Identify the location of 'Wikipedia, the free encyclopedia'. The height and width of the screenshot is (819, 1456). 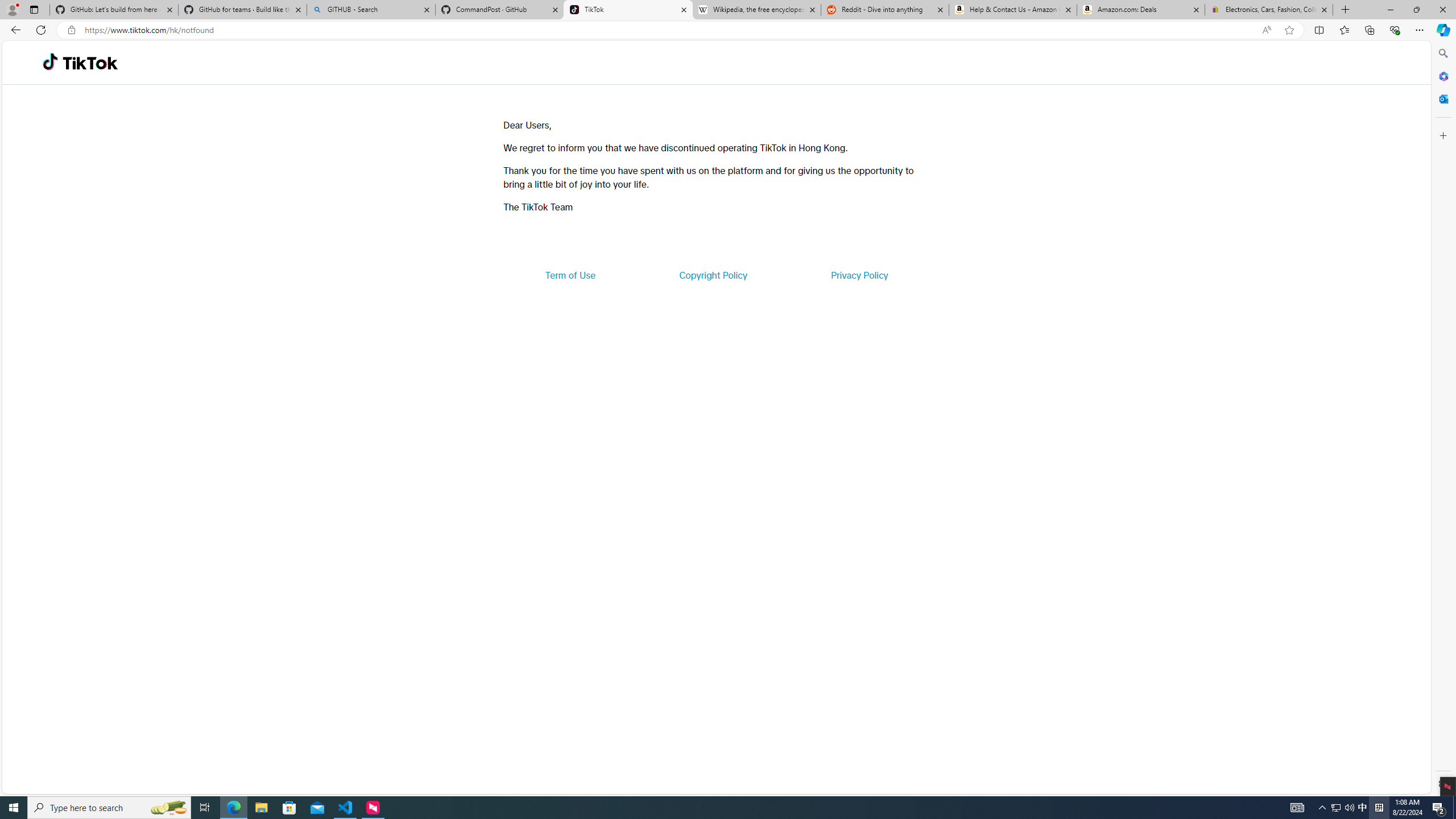
(755, 9).